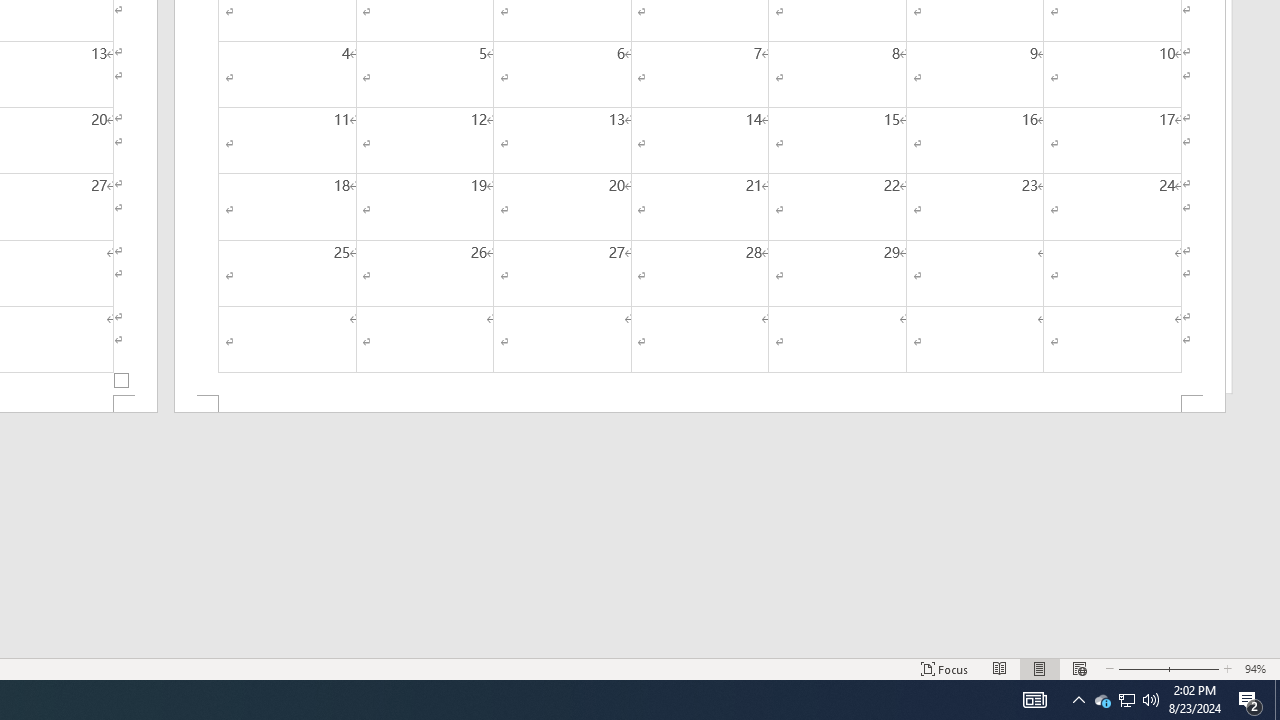 The image size is (1280, 720). What do you see at coordinates (1078, 698) in the screenshot?
I see `'Notification Chevron'` at bounding box center [1078, 698].